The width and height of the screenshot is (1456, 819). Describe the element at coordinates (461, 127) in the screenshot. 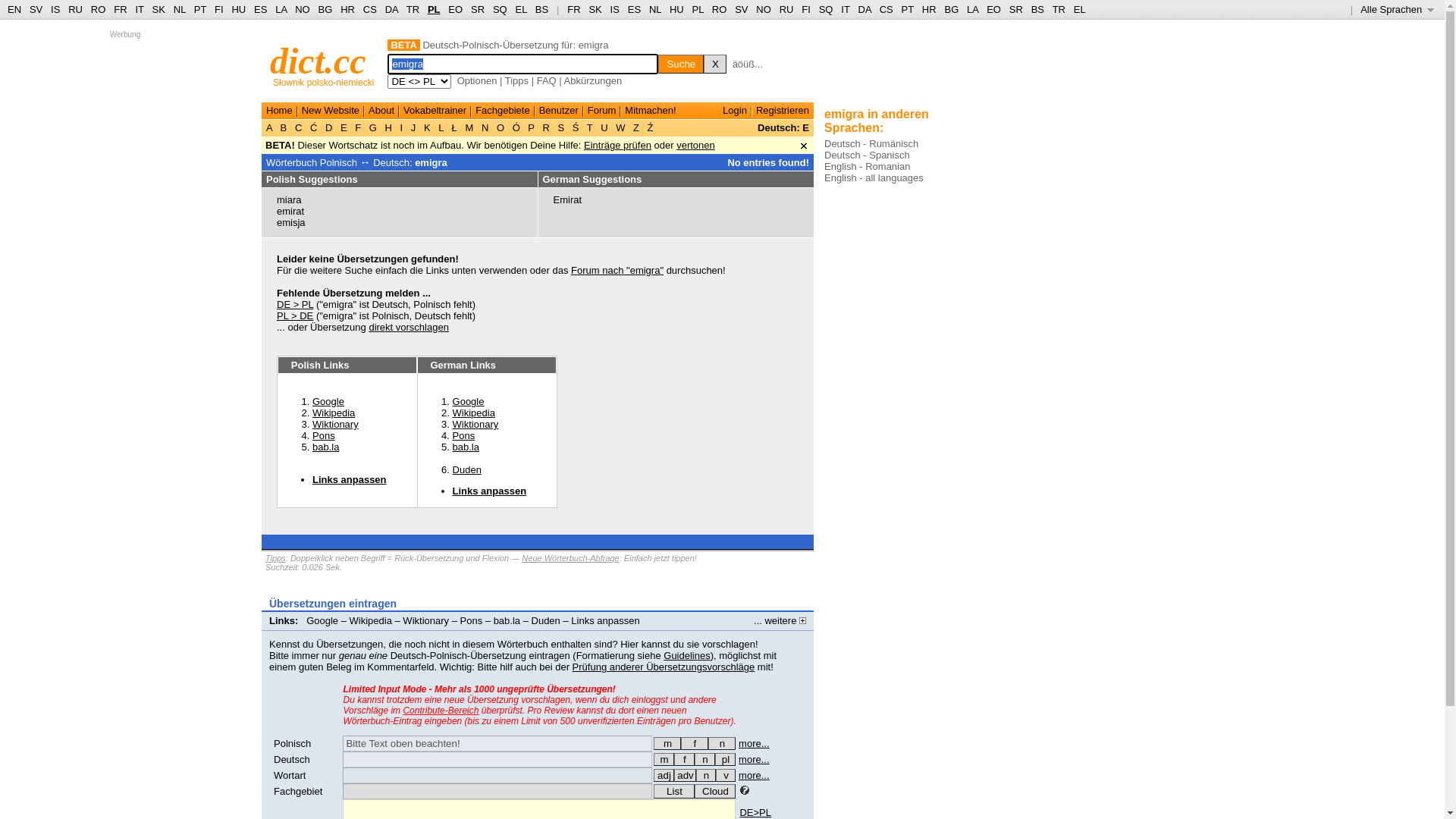

I see `'M'` at that location.